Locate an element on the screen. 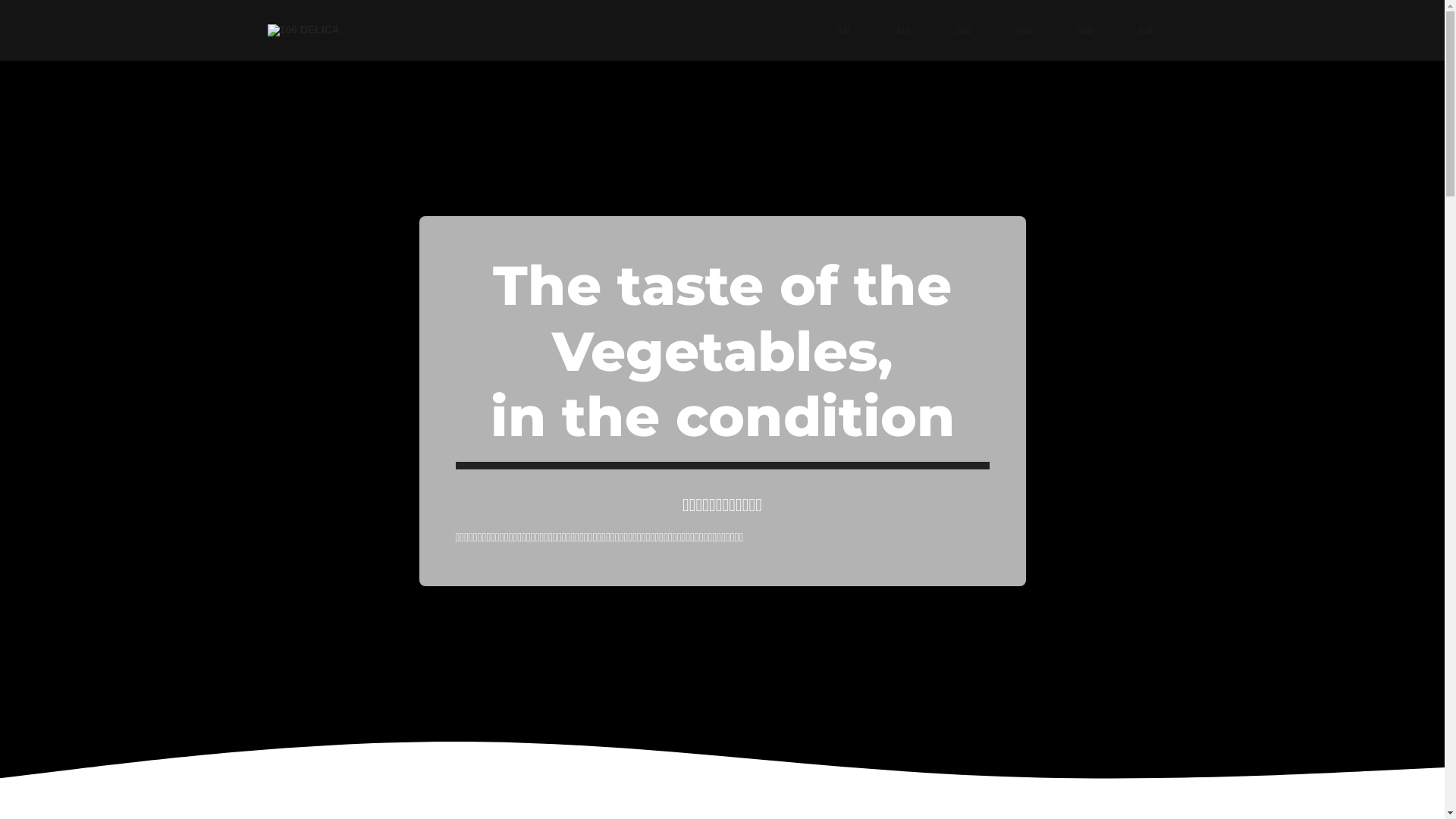  '106 DELICA' is located at coordinates (303, 30).